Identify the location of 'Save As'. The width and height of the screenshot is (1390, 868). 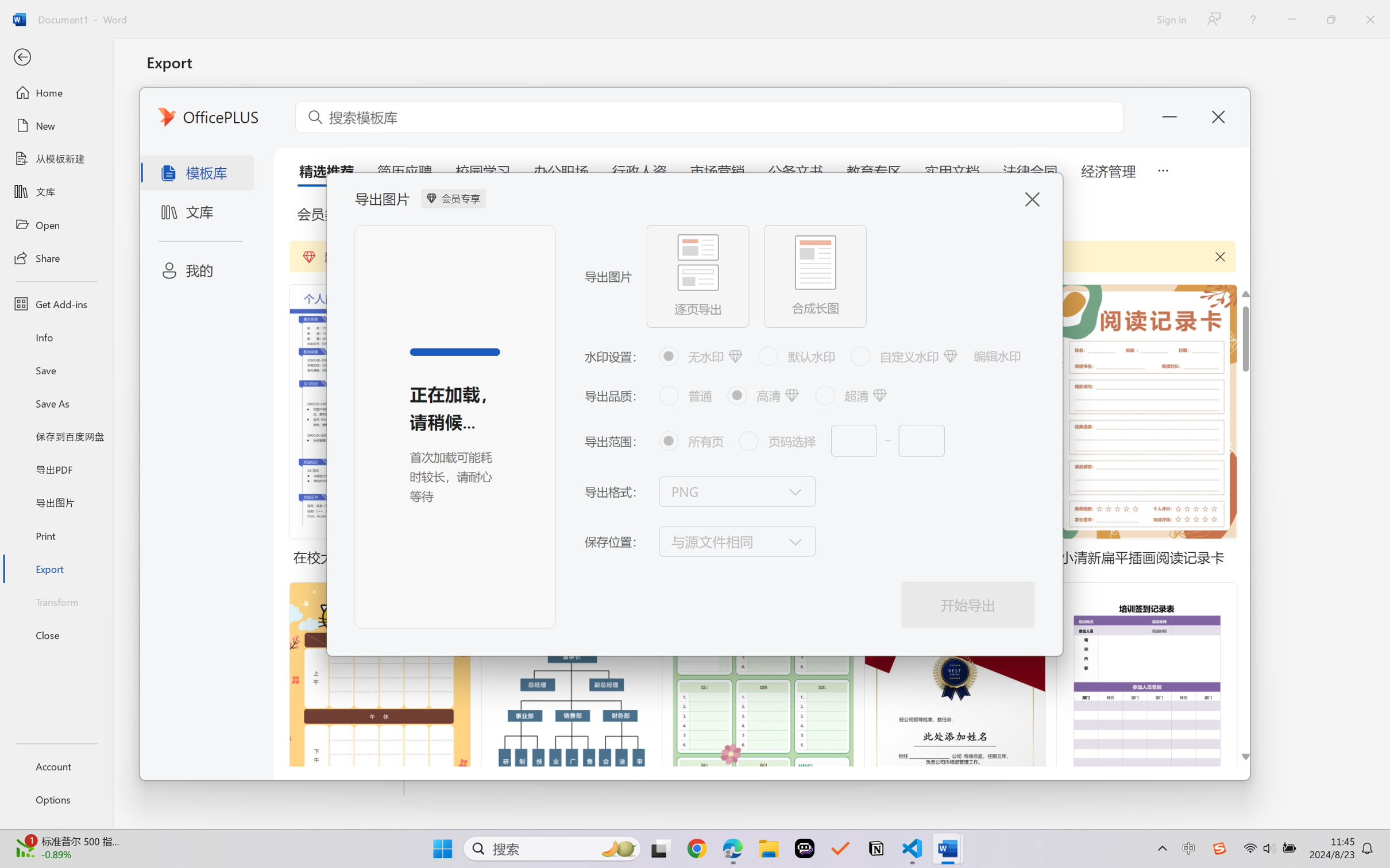
(56, 403).